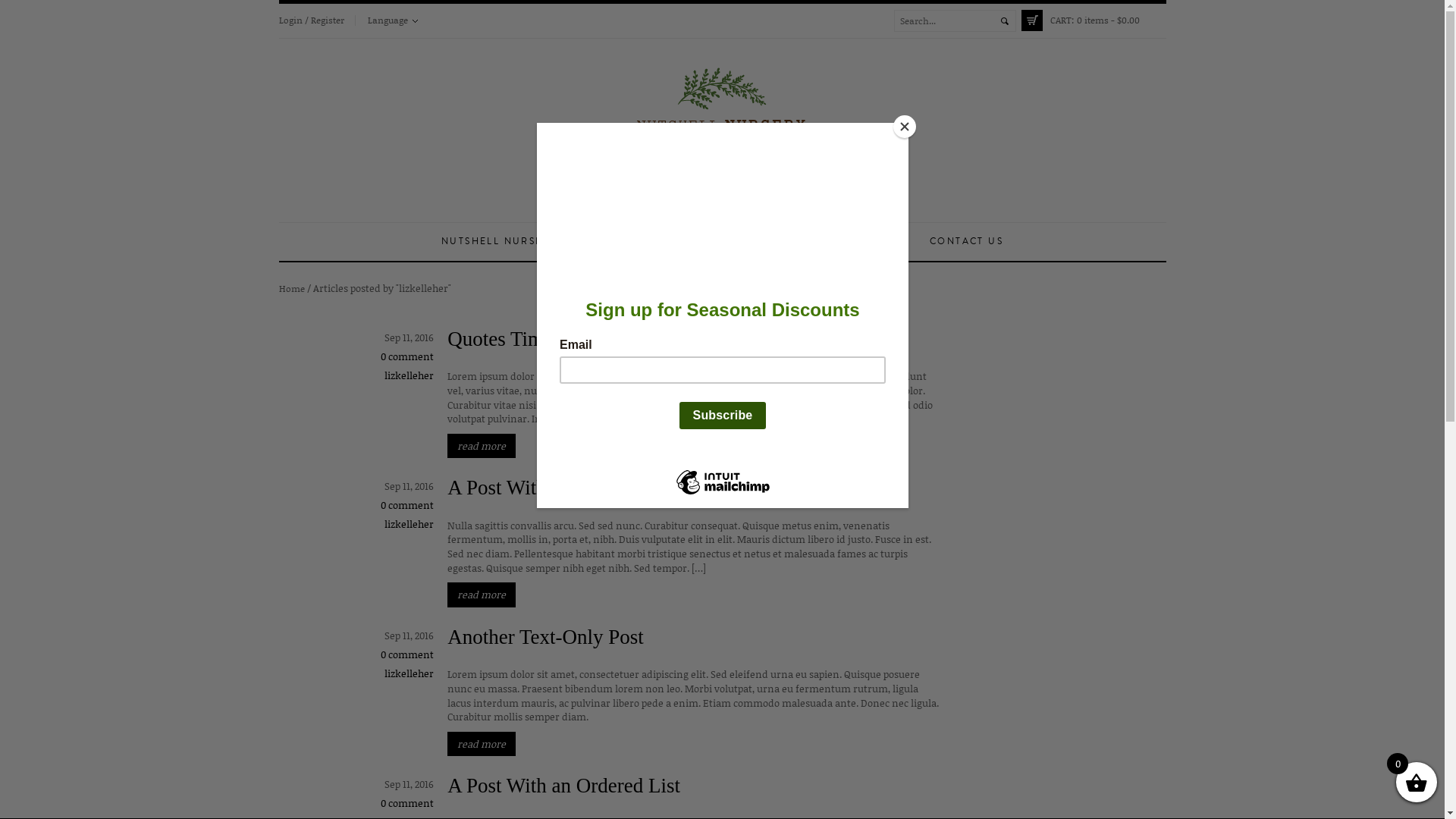 The image size is (1456, 819). Describe the element at coordinates (291, 288) in the screenshot. I see `'Home'` at that location.